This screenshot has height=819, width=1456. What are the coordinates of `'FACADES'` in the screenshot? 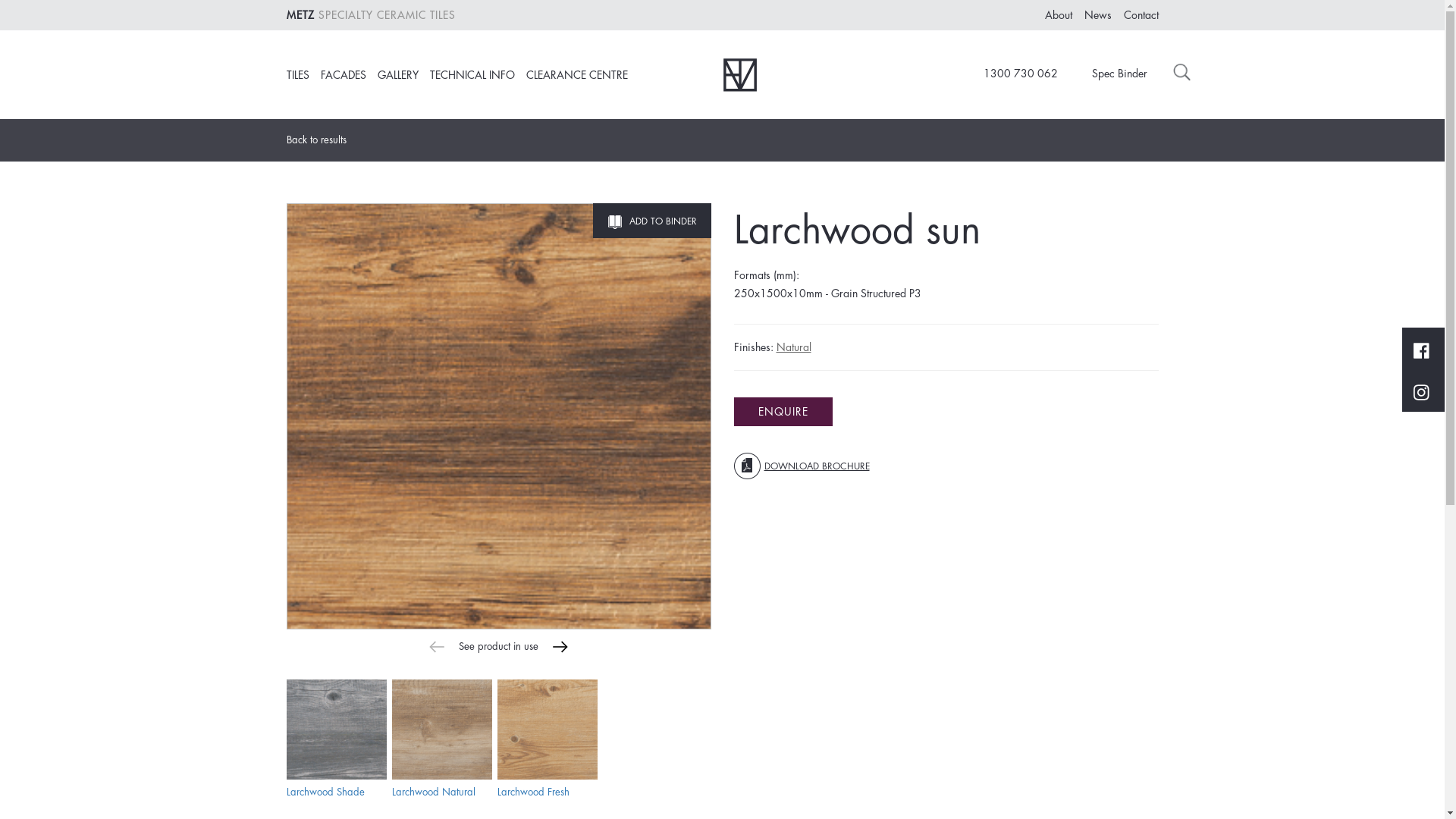 It's located at (319, 75).